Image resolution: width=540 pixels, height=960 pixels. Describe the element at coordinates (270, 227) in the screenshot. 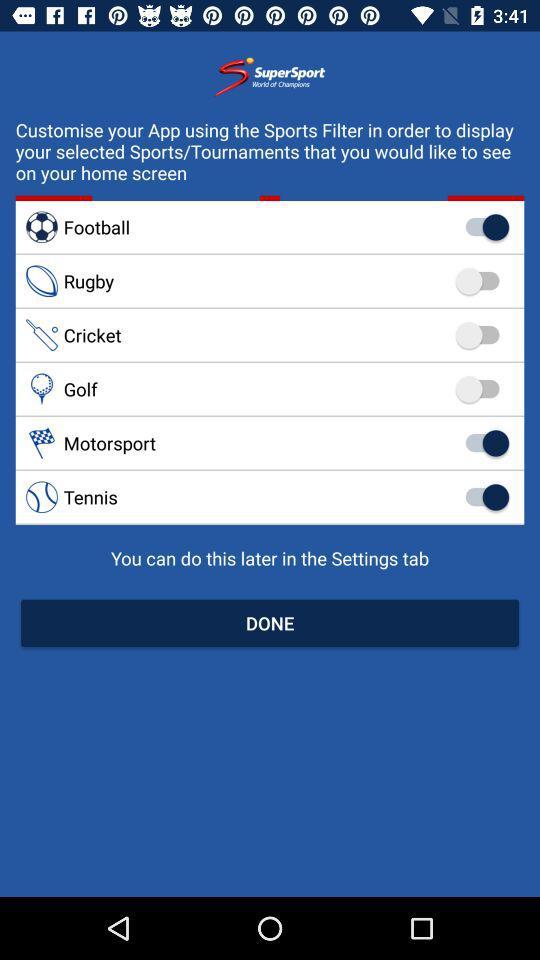

I see `the football icon` at that location.